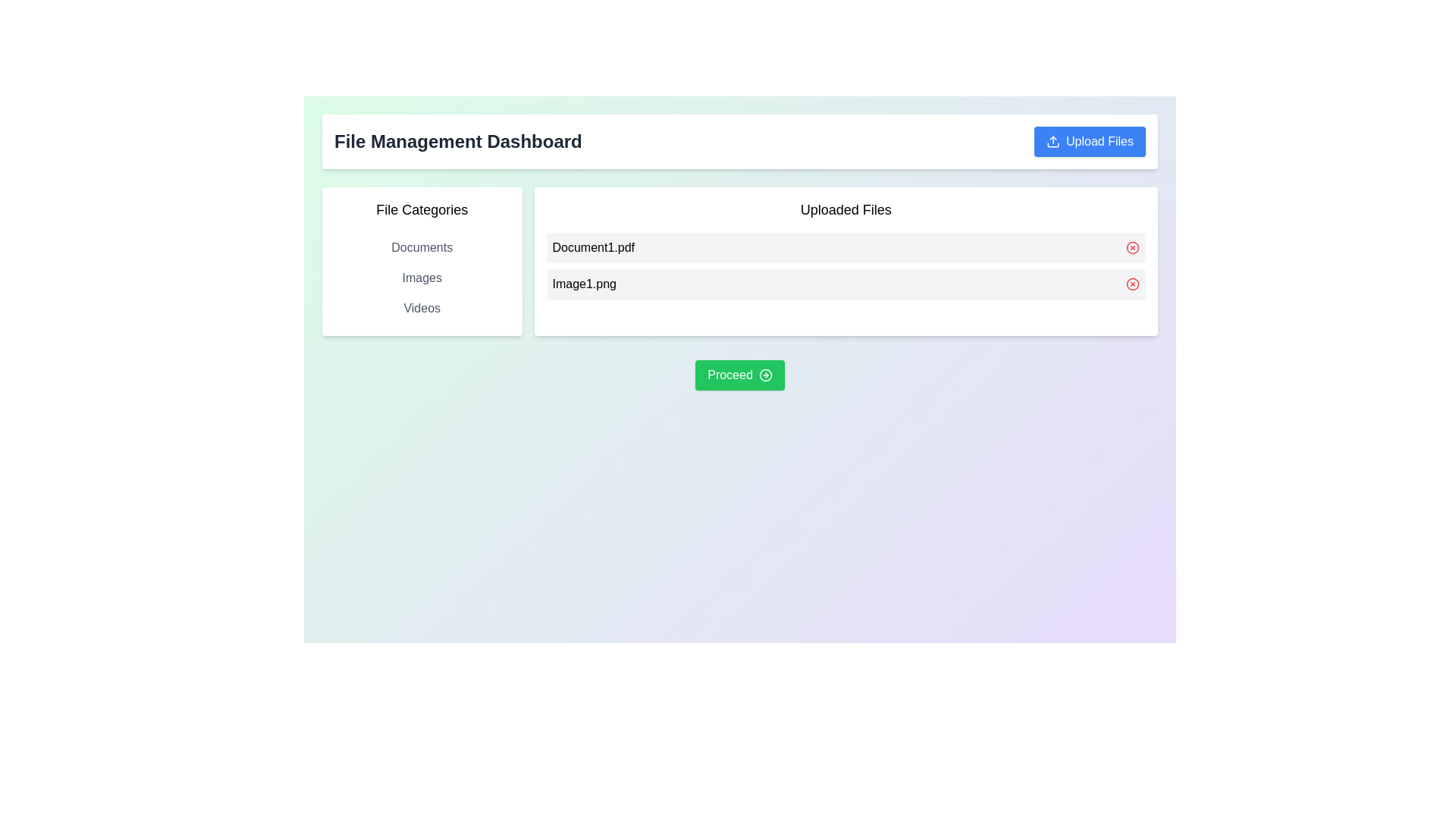 The image size is (1456, 819). I want to click on the 'Upload' button located in the top-right corner of the 'File Management Dashboard' header section to initiate the upload process, so click(1089, 141).